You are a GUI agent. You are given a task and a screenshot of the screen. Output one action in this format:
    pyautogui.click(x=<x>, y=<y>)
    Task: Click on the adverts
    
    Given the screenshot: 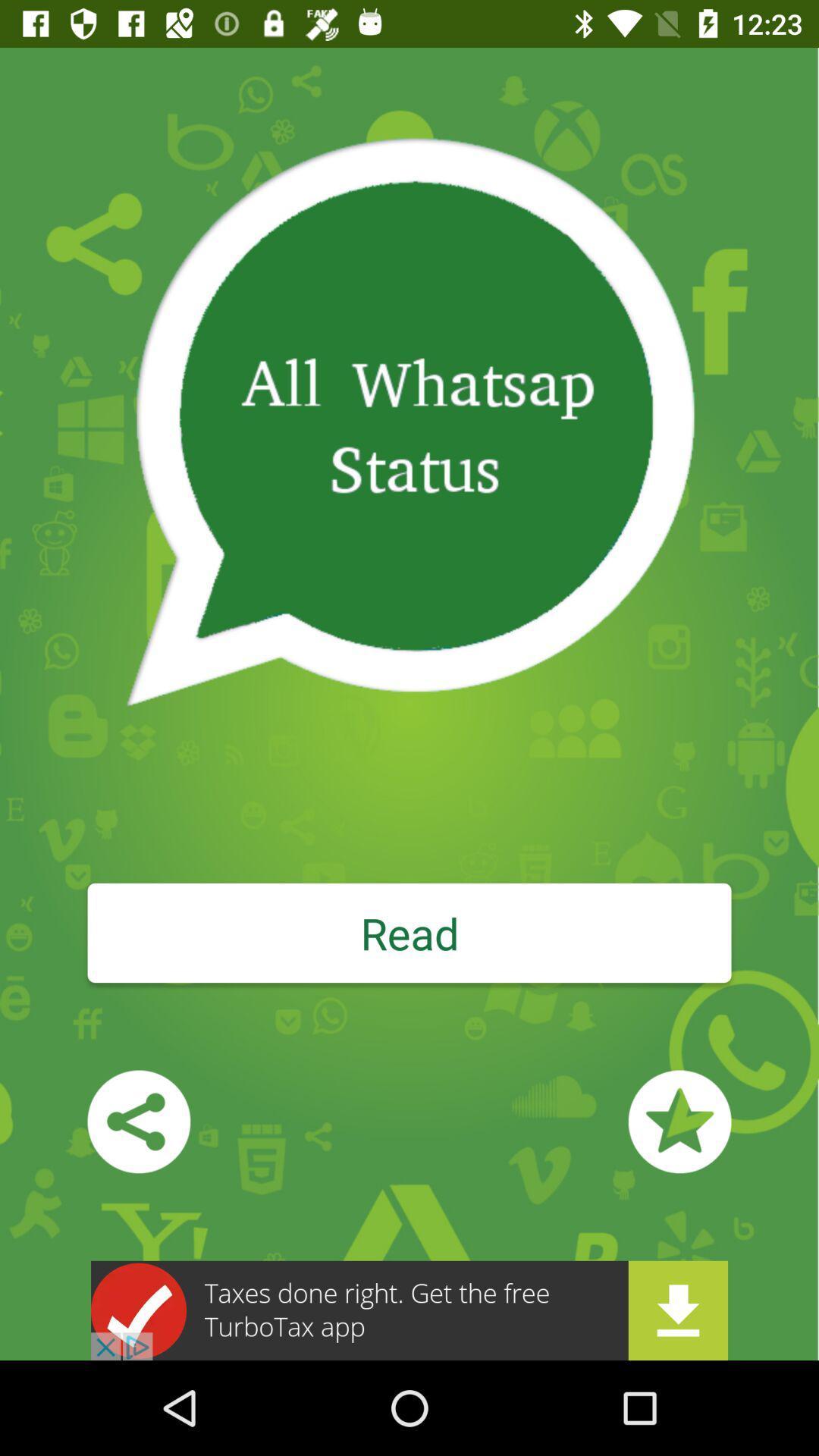 What is the action you would take?
    pyautogui.click(x=409, y=1310)
    